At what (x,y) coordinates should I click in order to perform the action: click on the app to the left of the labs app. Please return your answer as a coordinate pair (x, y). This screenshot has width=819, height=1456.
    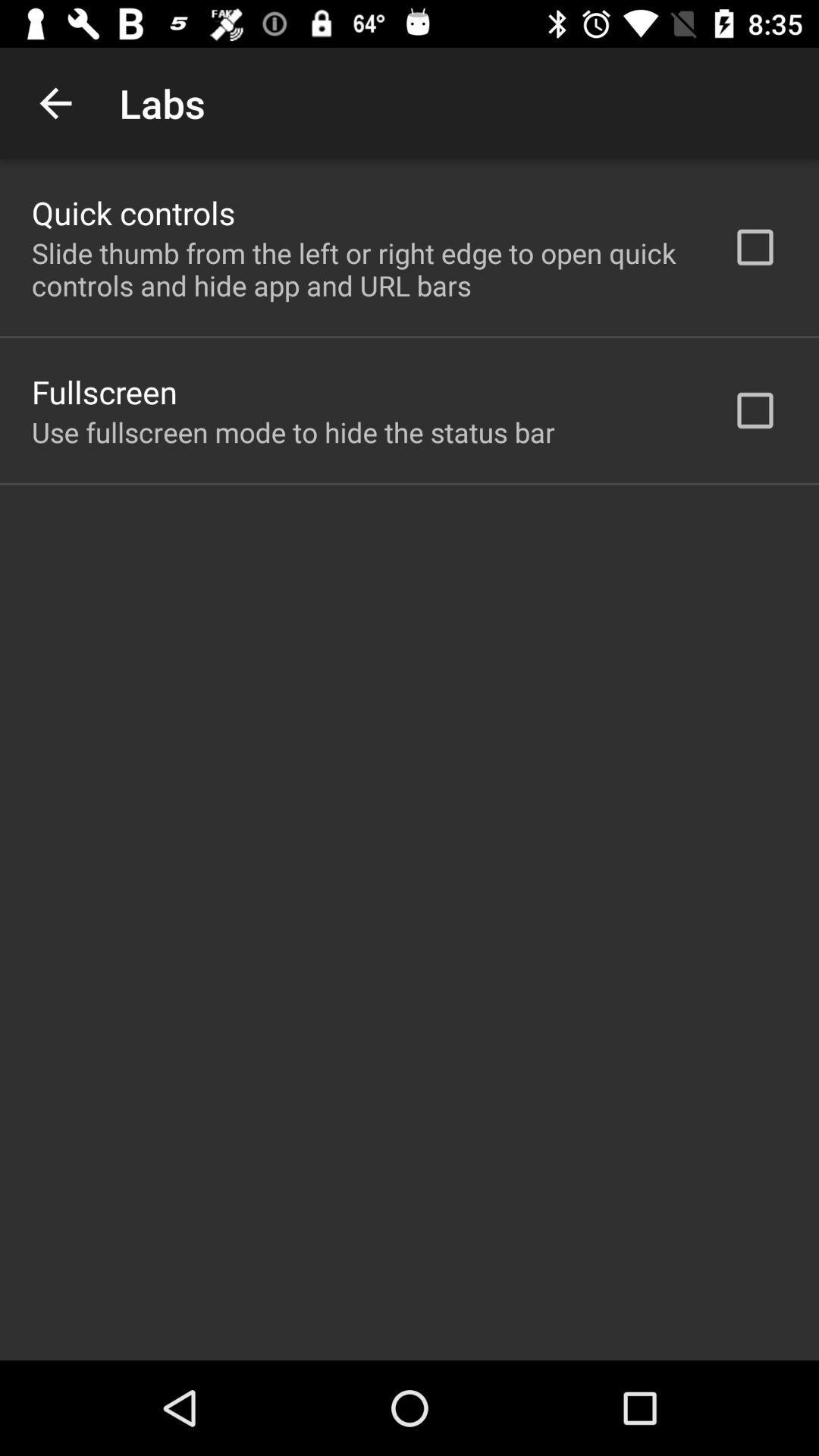
    Looking at the image, I should click on (55, 102).